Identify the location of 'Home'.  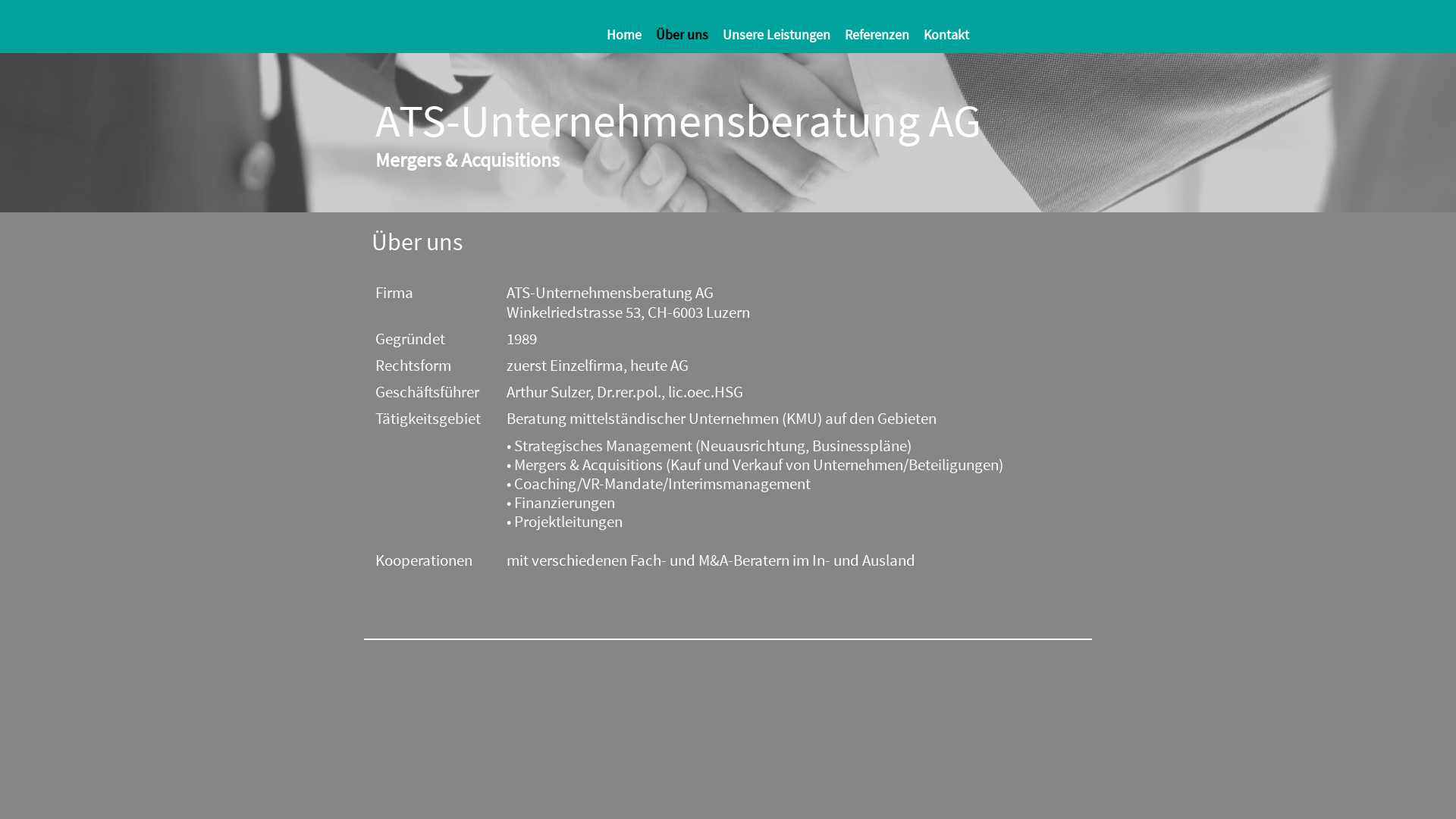
(629, 34).